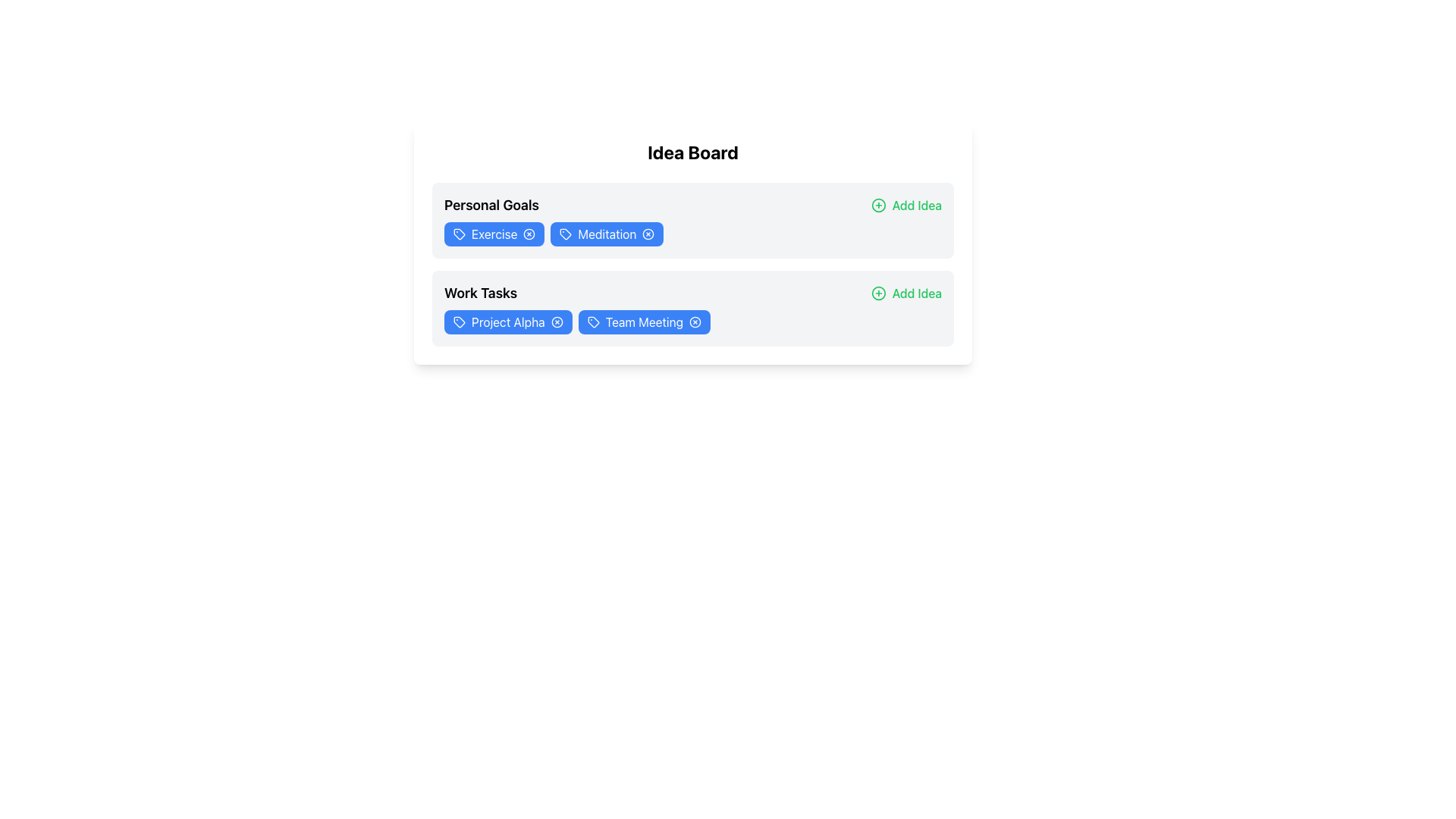 The image size is (1456, 819). I want to click on the Circular Icon with a Cross located next to the 'Exercise' label in the 'Personal Goals' section, so click(529, 234).